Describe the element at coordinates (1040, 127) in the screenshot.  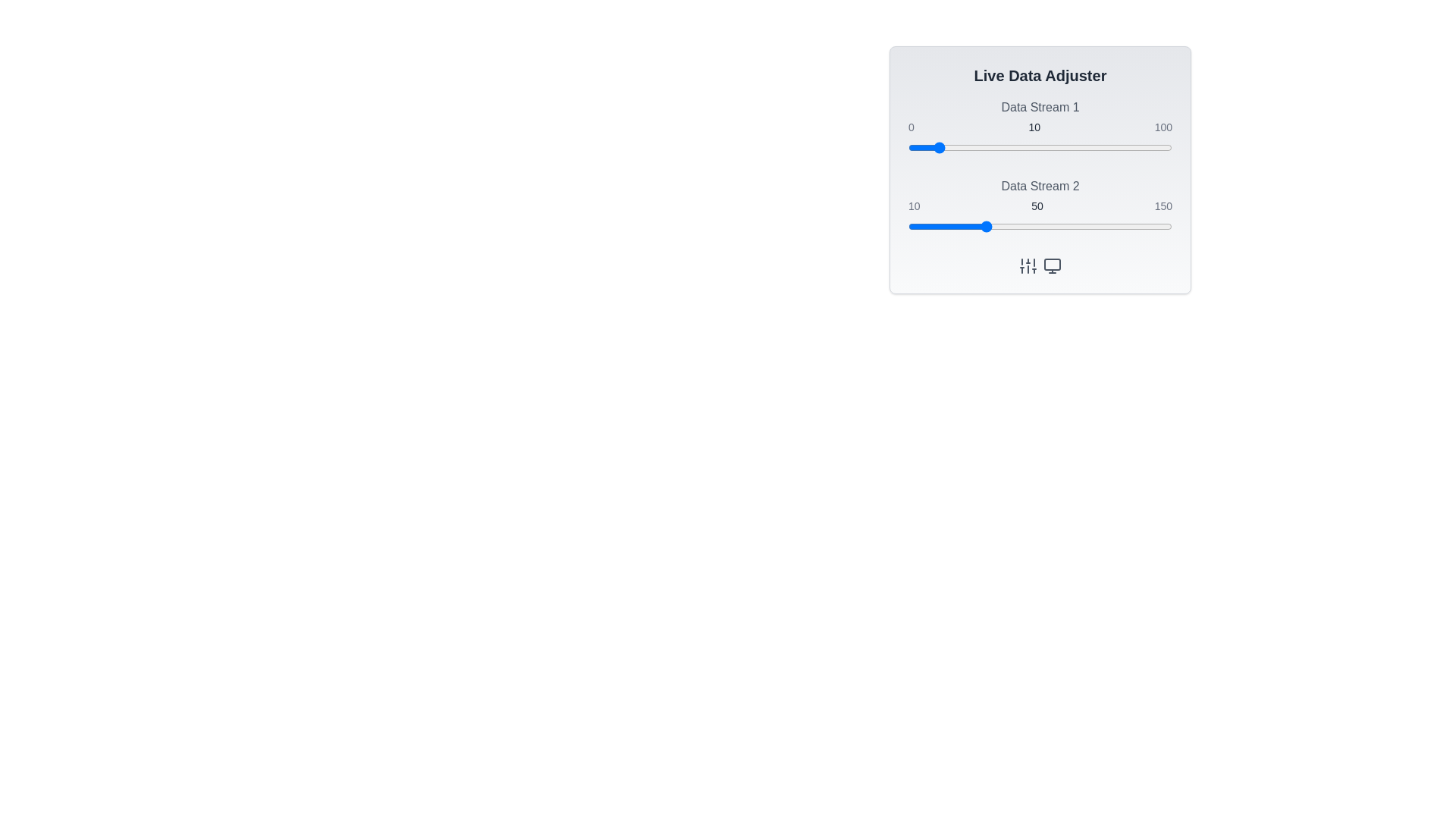
I see `the slider in the 'Data Stream 1' section` at that location.